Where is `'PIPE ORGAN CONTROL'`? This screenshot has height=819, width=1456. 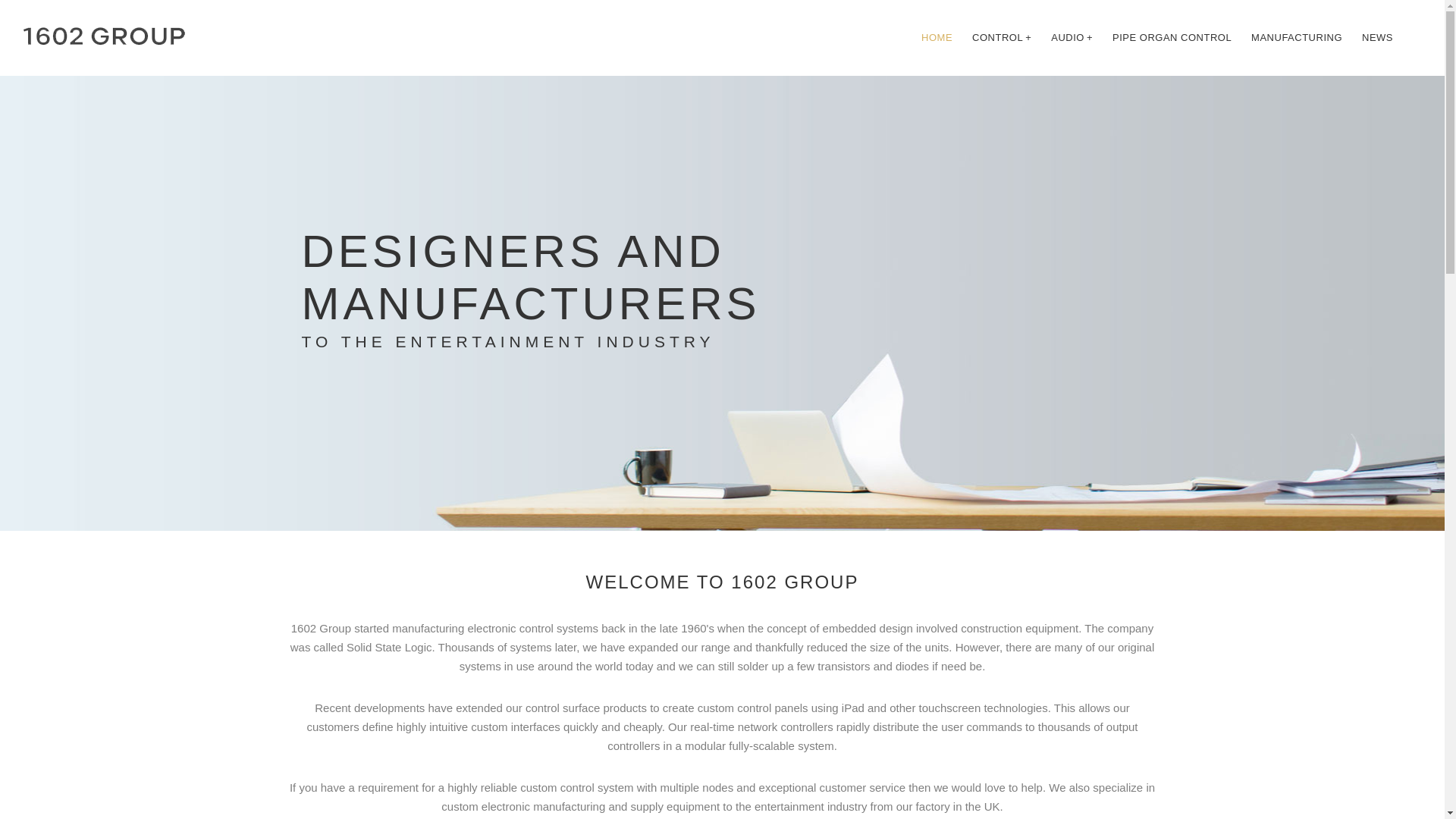 'PIPE ORGAN CONTROL' is located at coordinates (1103, 37).